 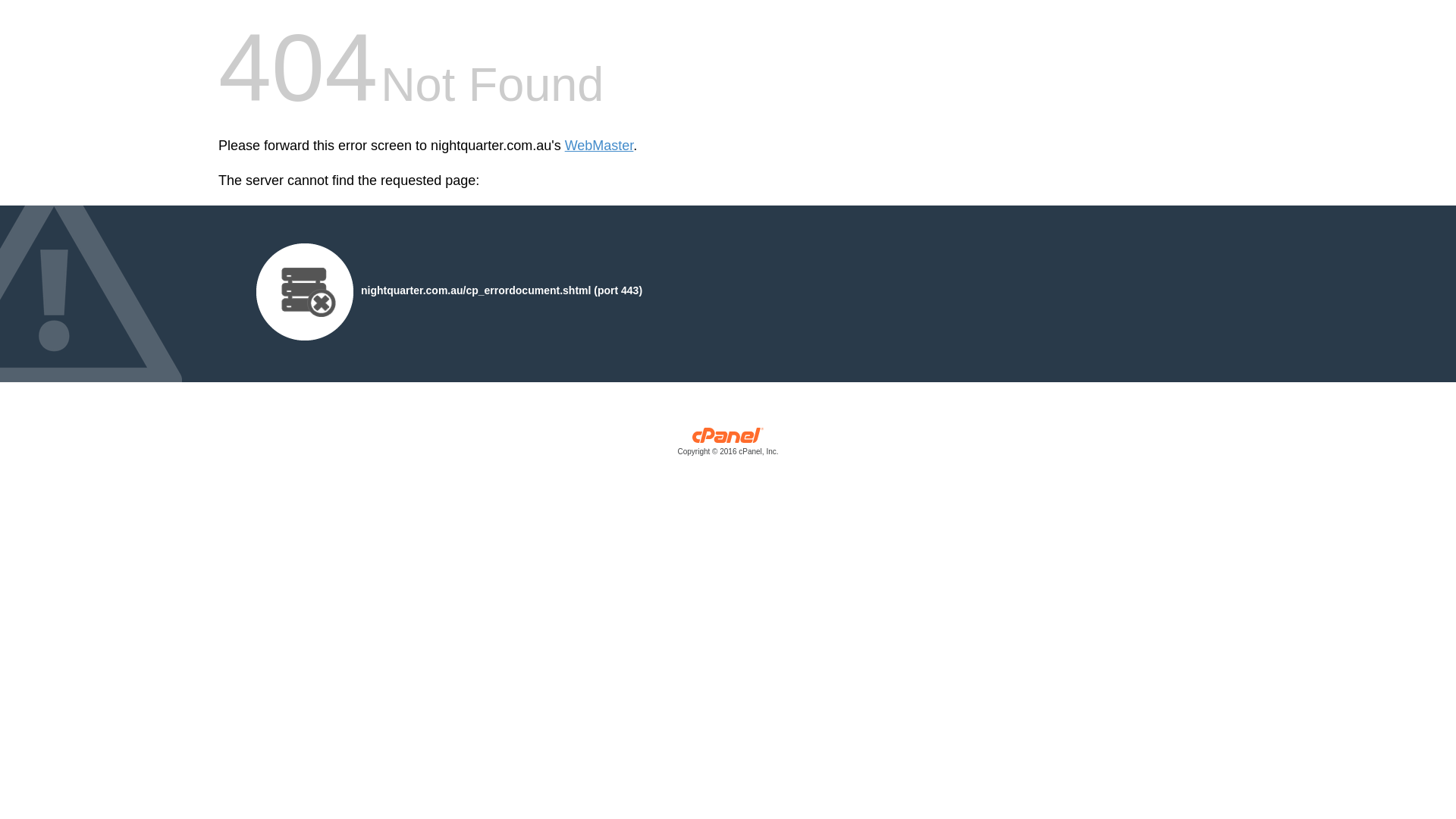 I want to click on 'WebMaster', so click(x=598, y=146).